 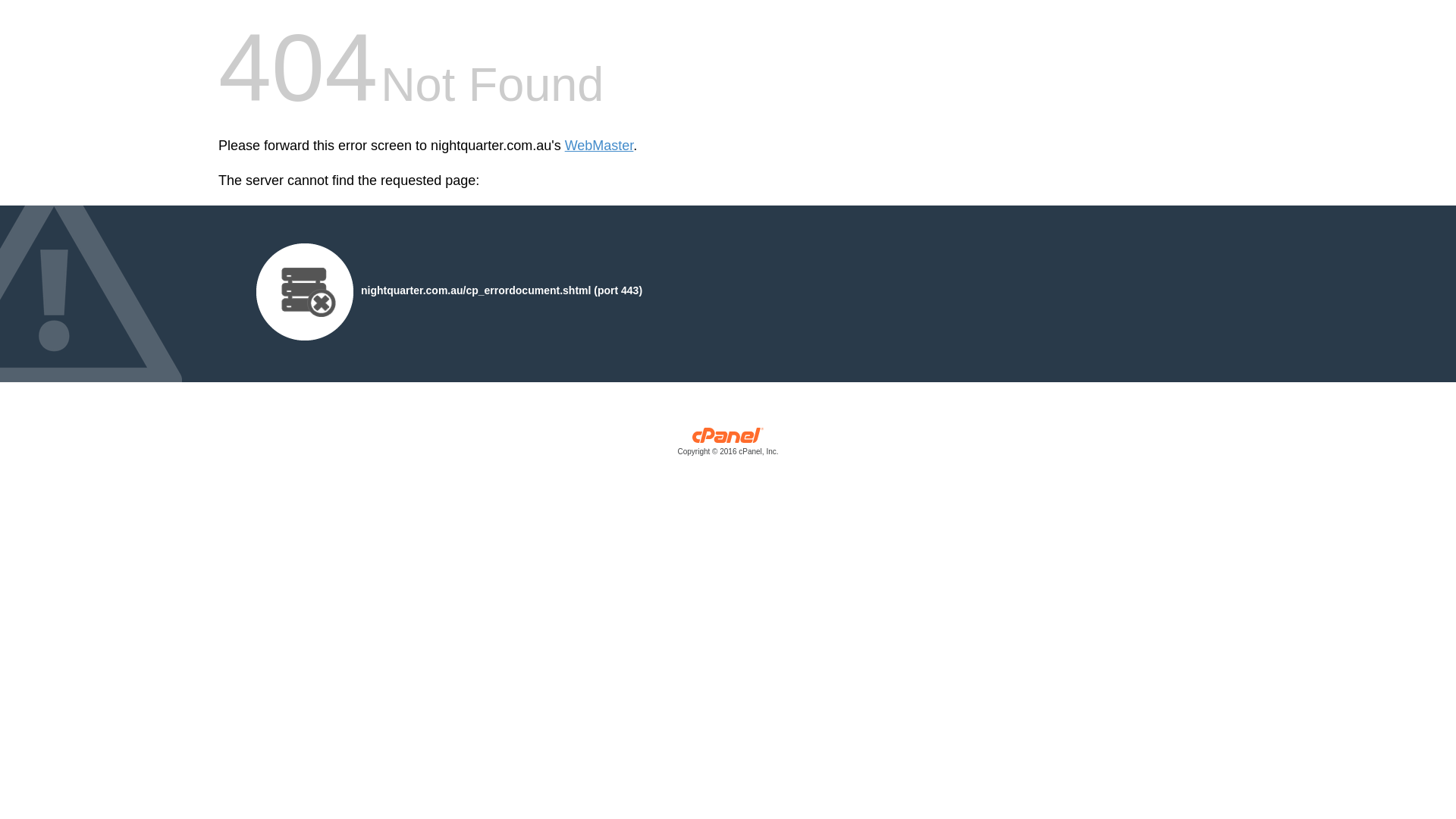 I want to click on 'WebMaster', so click(x=598, y=146).